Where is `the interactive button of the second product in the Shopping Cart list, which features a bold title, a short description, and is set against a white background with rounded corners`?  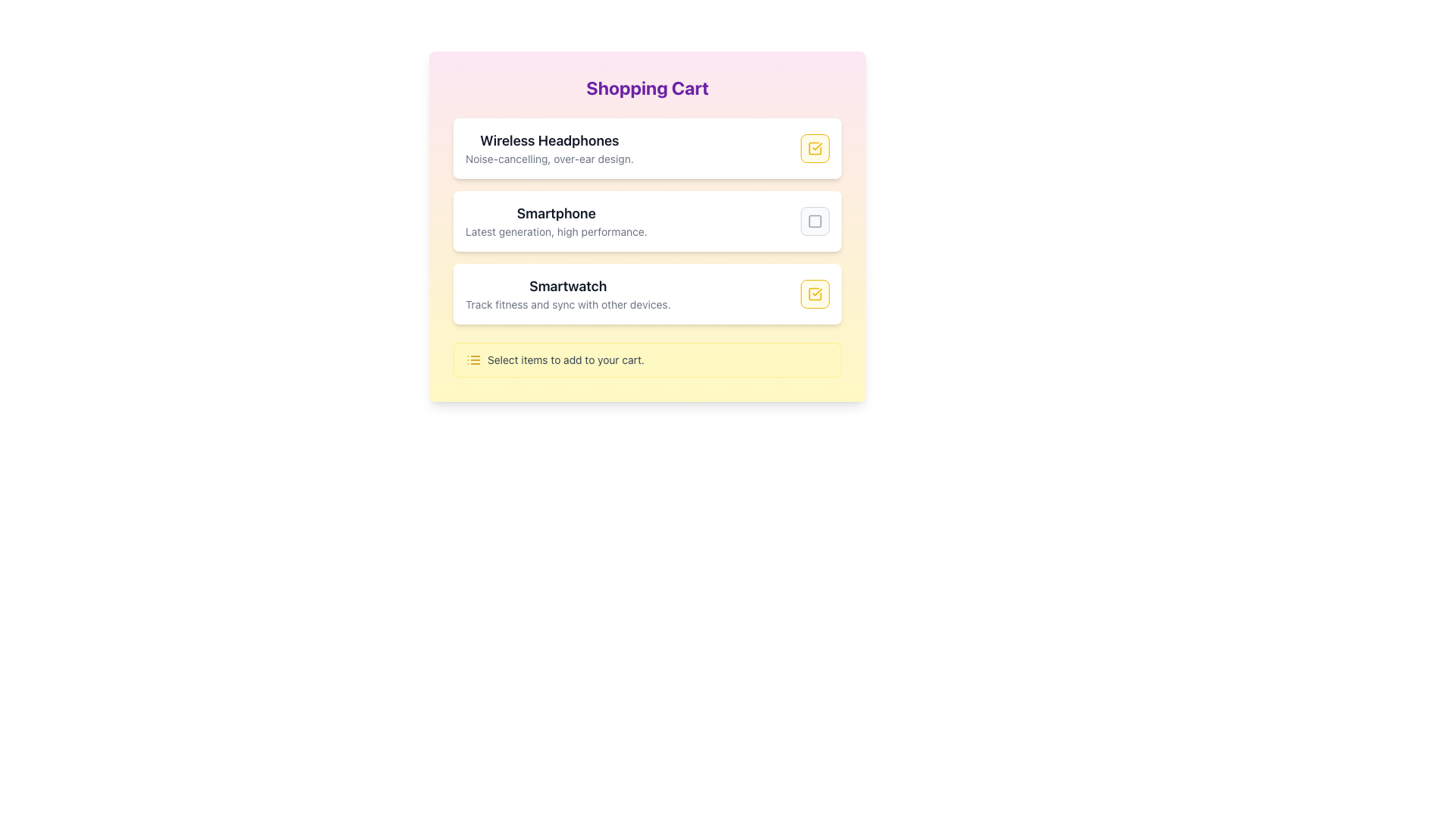 the interactive button of the second product in the Shopping Cart list, which features a bold title, a short description, and is set against a white background with rounded corners is located at coordinates (648, 221).